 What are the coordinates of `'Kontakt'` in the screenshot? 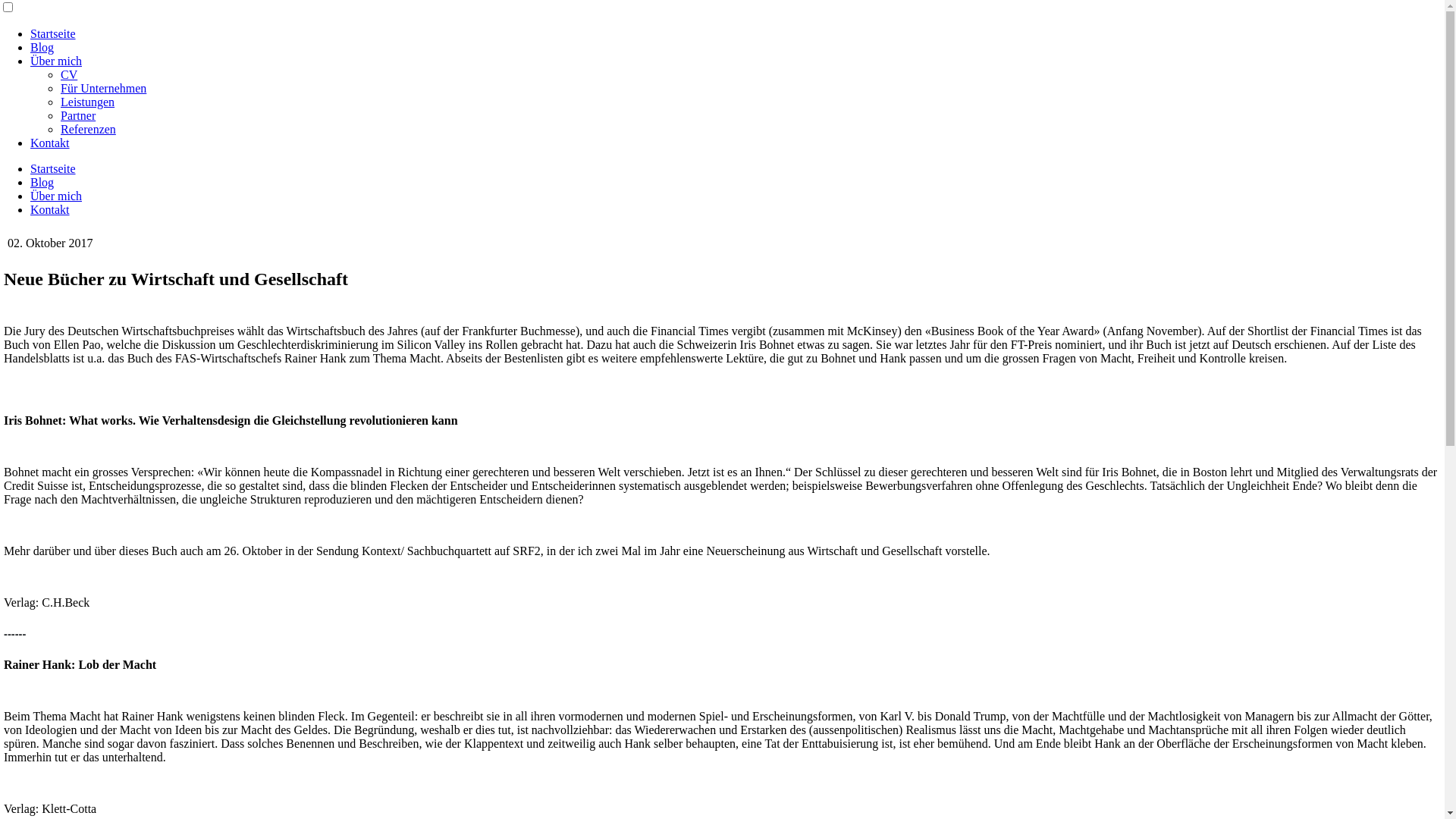 It's located at (50, 143).